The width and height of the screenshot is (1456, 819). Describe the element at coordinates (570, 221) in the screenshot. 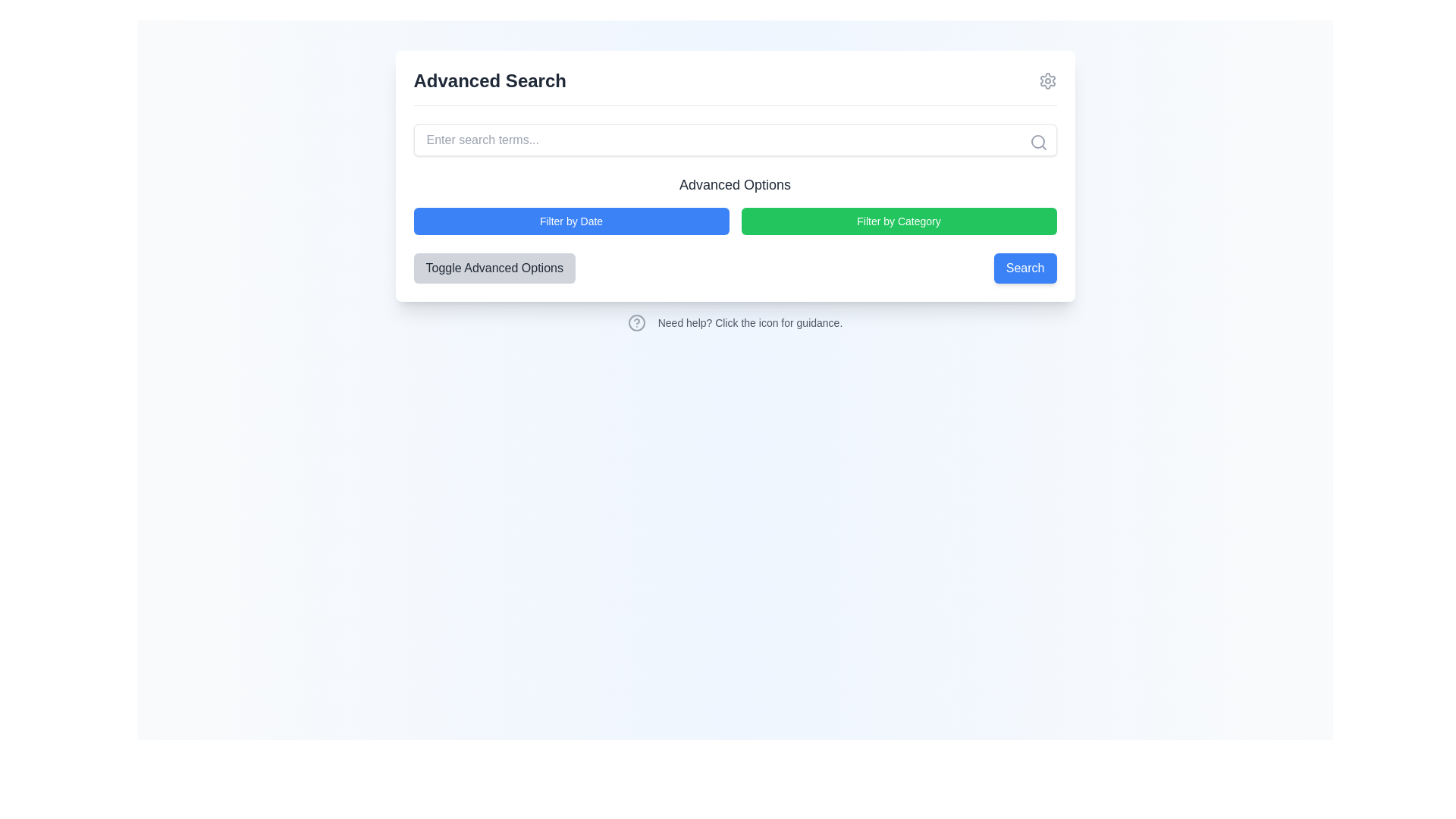

I see `the rectangular button with a blue background and white text reading 'Filter by Date'` at that location.